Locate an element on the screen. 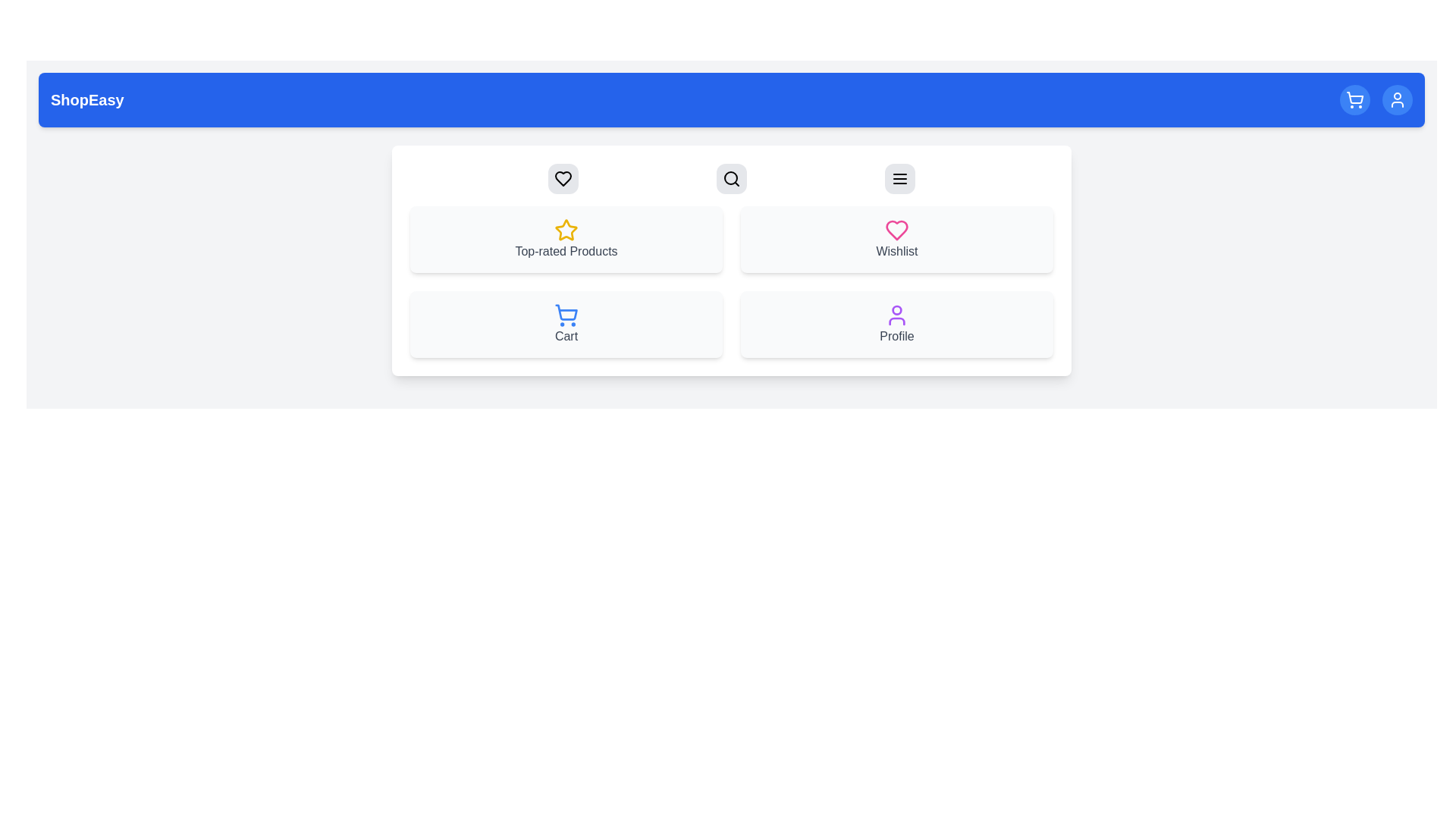 The width and height of the screenshot is (1456, 819). the bold 'ShopEasy' text label located on the left side of the top navigation bar, which features a white font on a blue background is located at coordinates (86, 99).